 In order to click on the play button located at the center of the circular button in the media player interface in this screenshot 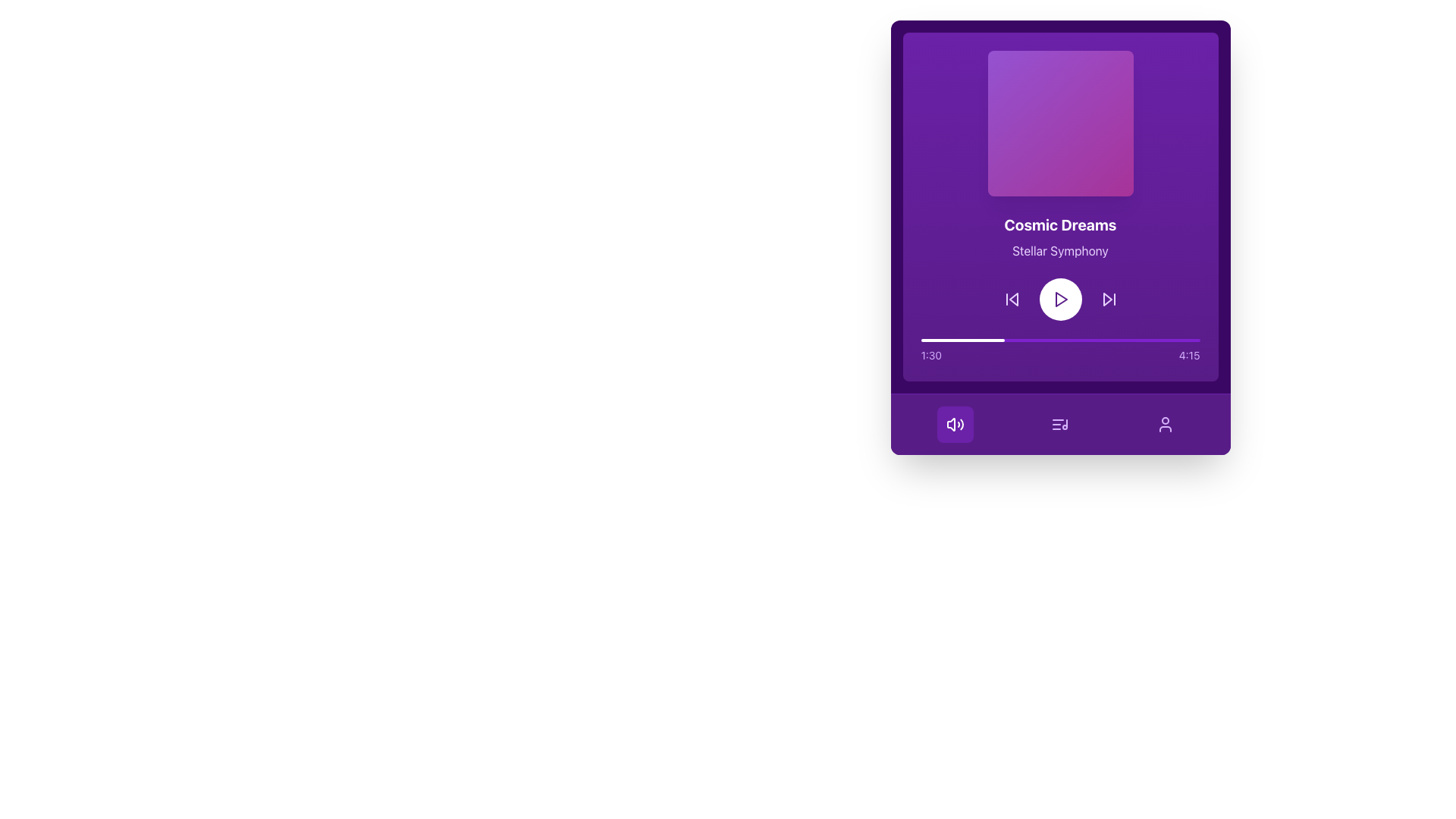, I will do `click(1059, 299)`.